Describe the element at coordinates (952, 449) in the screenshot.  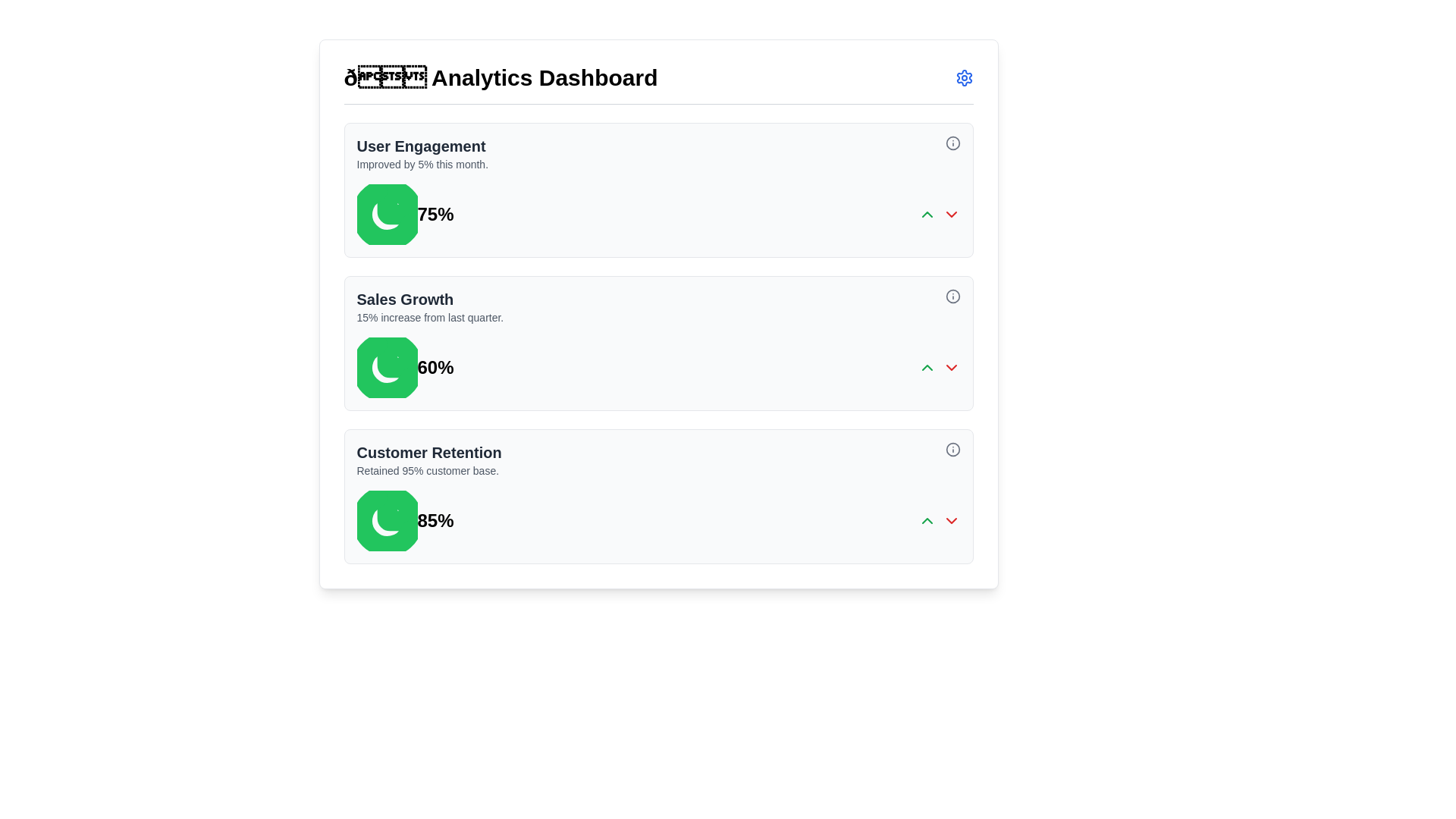
I see `the circular gray icon located at the top-right corner of the 'Customer Retention' information card` at that location.